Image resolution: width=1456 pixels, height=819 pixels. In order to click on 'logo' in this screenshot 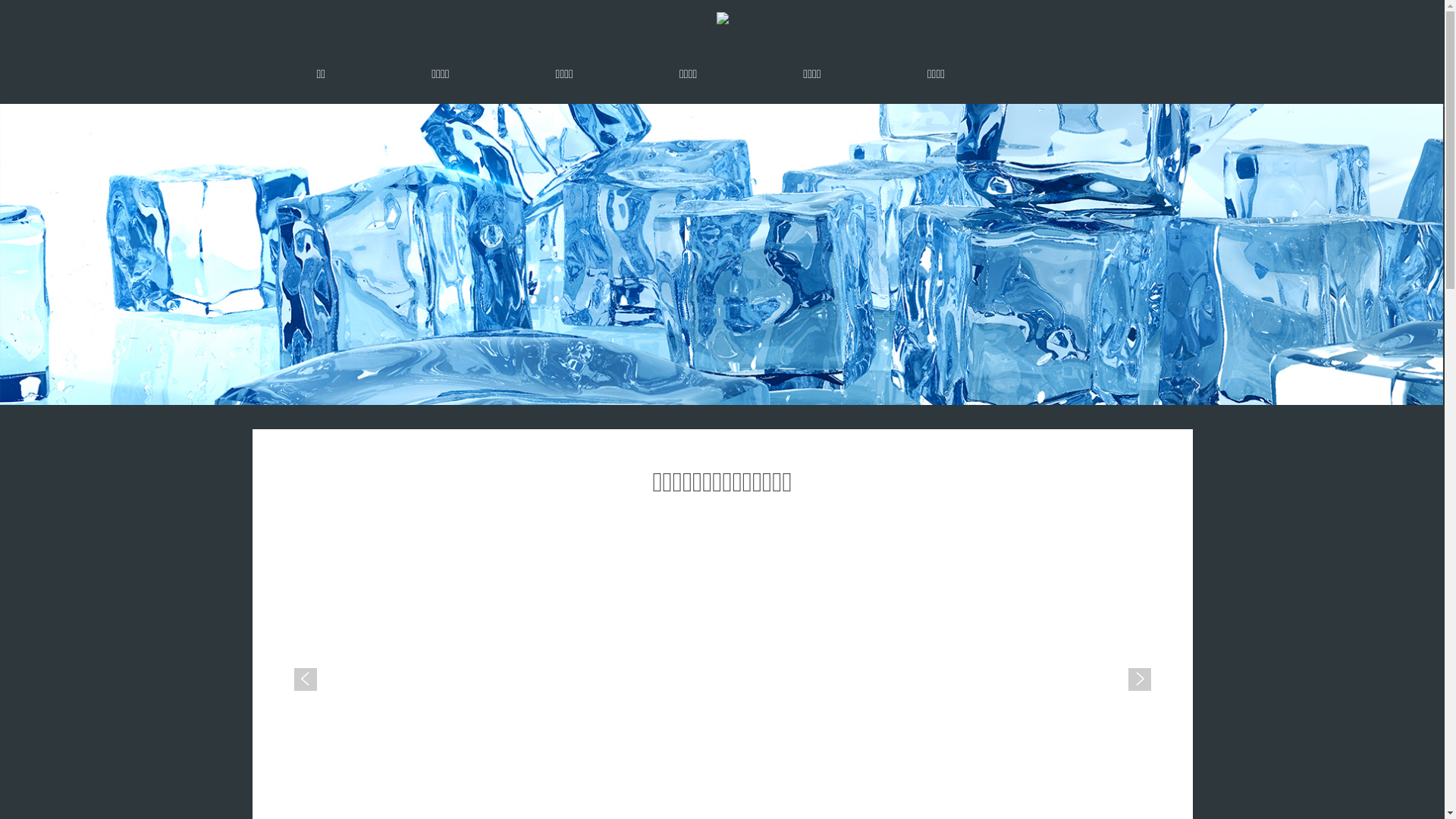, I will do `click(720, 17)`.